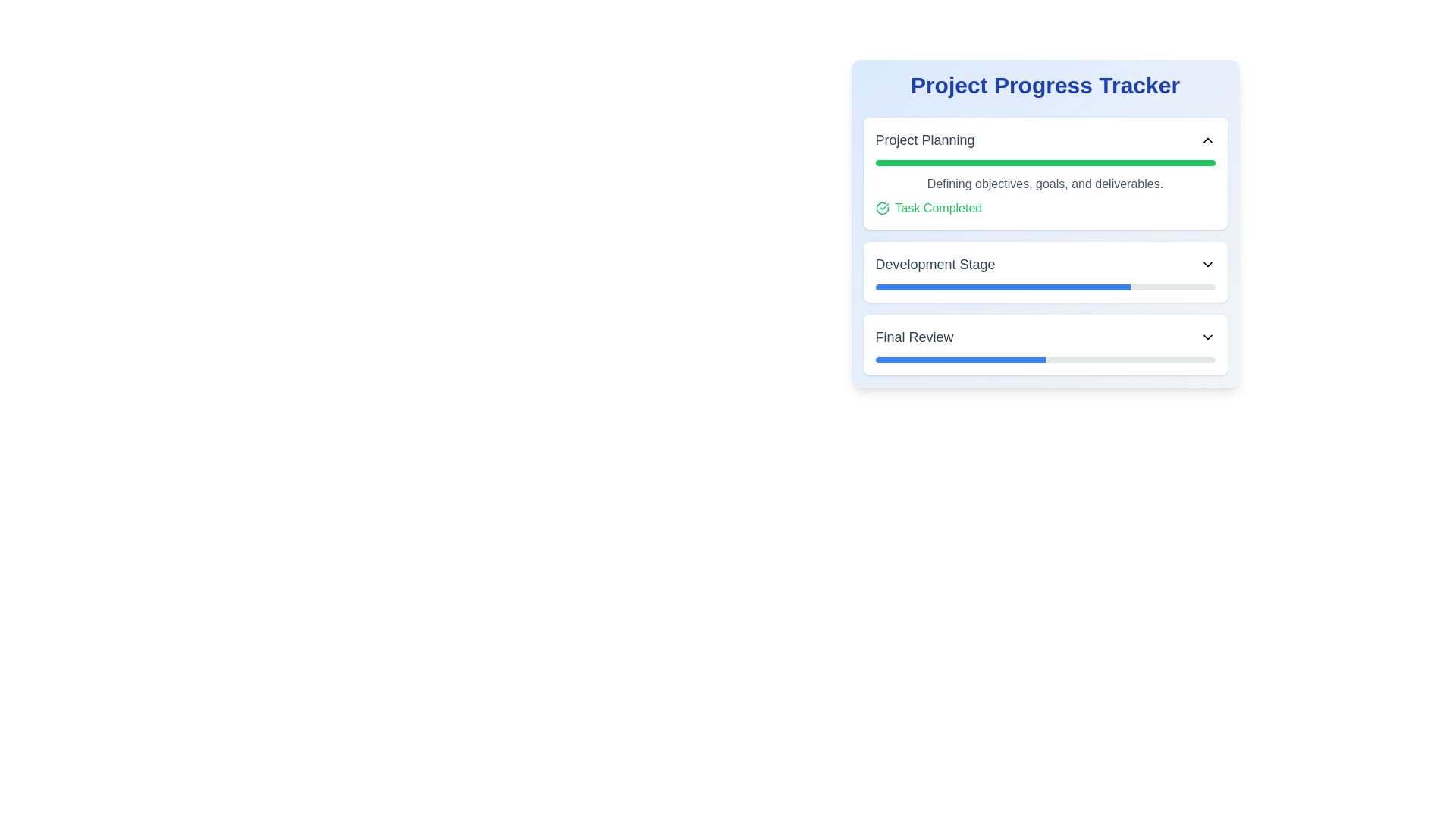 The width and height of the screenshot is (1456, 819). What do you see at coordinates (937, 208) in the screenshot?
I see `the text label that reads 'Task Completed' in green font, indicating a completed task, positioned next to the circular checkmark icon in the 'Project Progress Tracker' card` at bounding box center [937, 208].